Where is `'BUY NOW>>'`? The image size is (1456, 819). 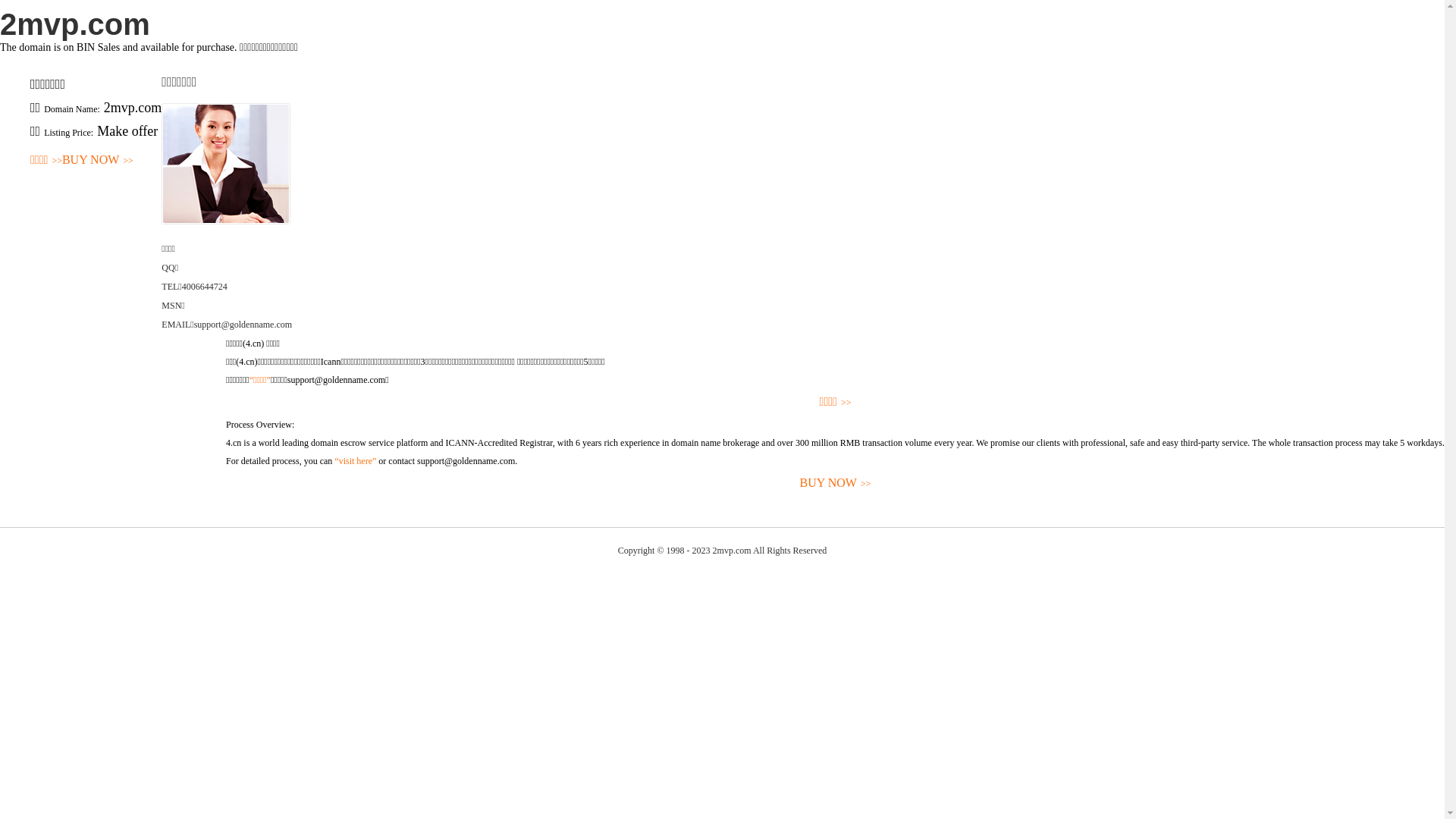 'BUY NOW>>' is located at coordinates (97, 160).